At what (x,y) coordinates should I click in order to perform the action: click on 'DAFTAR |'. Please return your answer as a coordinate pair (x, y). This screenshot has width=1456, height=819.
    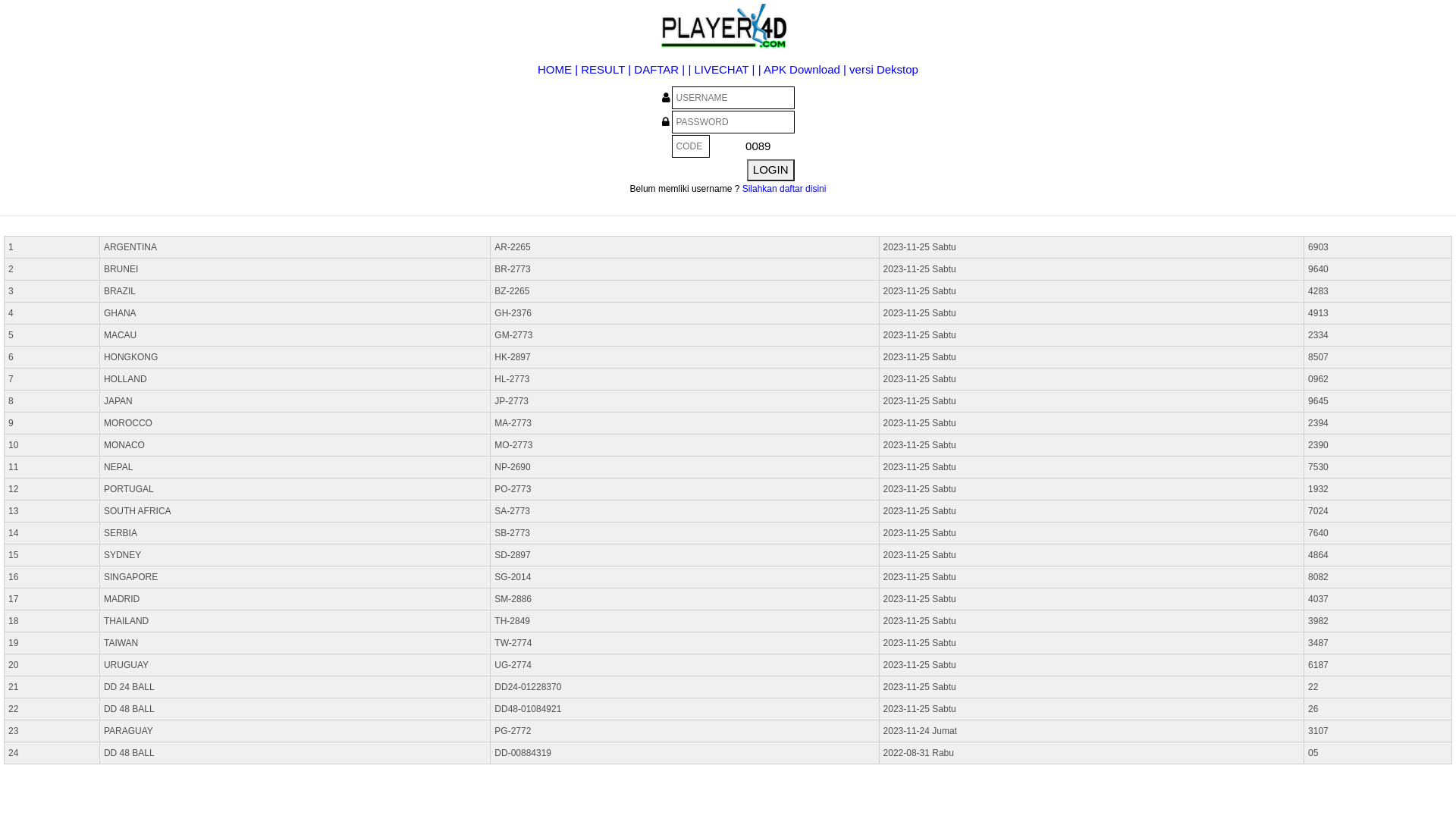
    Looking at the image, I should click on (633, 69).